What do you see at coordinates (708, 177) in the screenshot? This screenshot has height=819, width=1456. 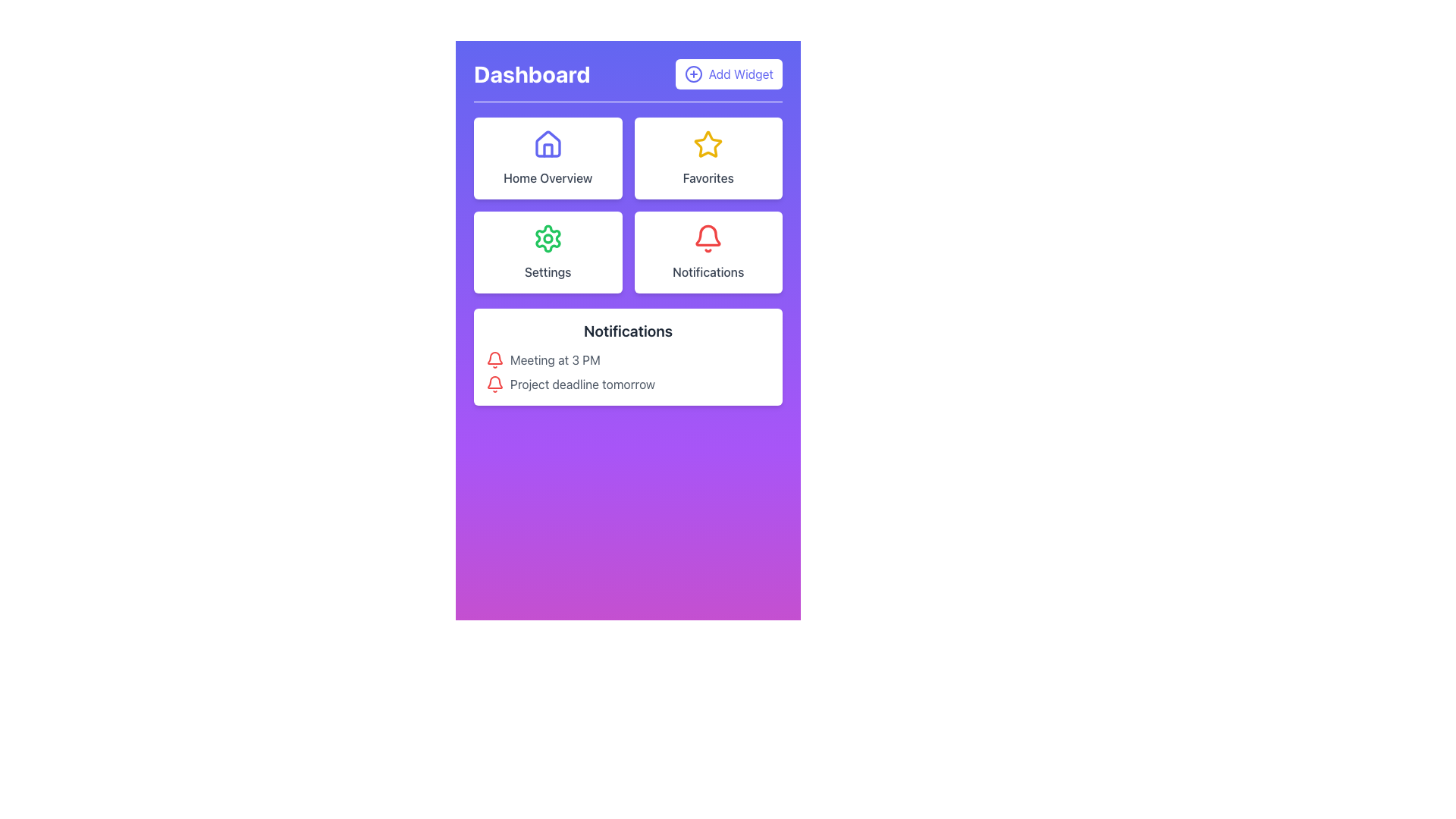 I see `the text label displaying 'Favorites', which is styled in gray and located below a gold star icon in the second tile of a grid layout` at bounding box center [708, 177].